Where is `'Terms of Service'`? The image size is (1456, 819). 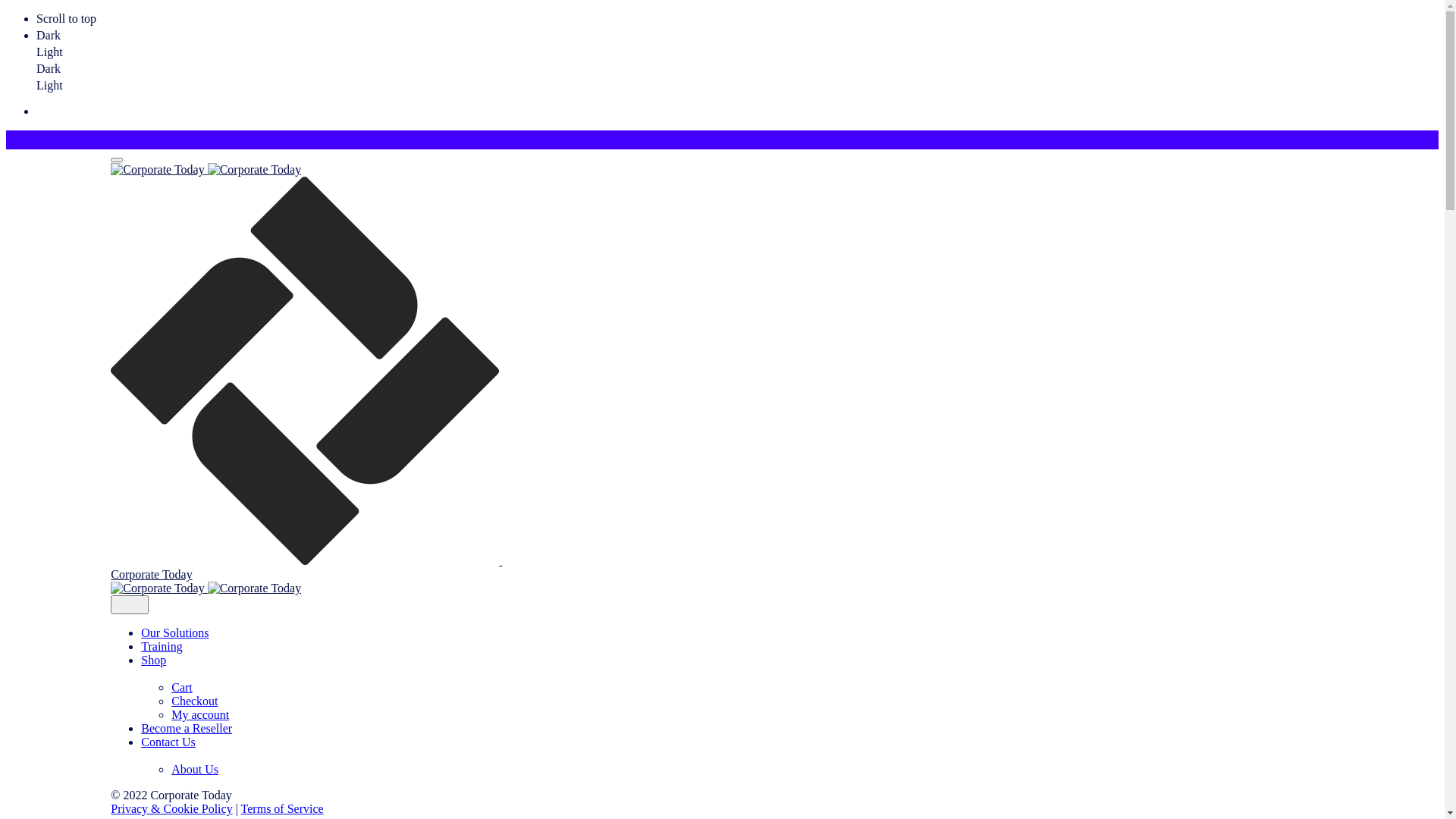 'Terms of Service' is located at coordinates (282, 808).